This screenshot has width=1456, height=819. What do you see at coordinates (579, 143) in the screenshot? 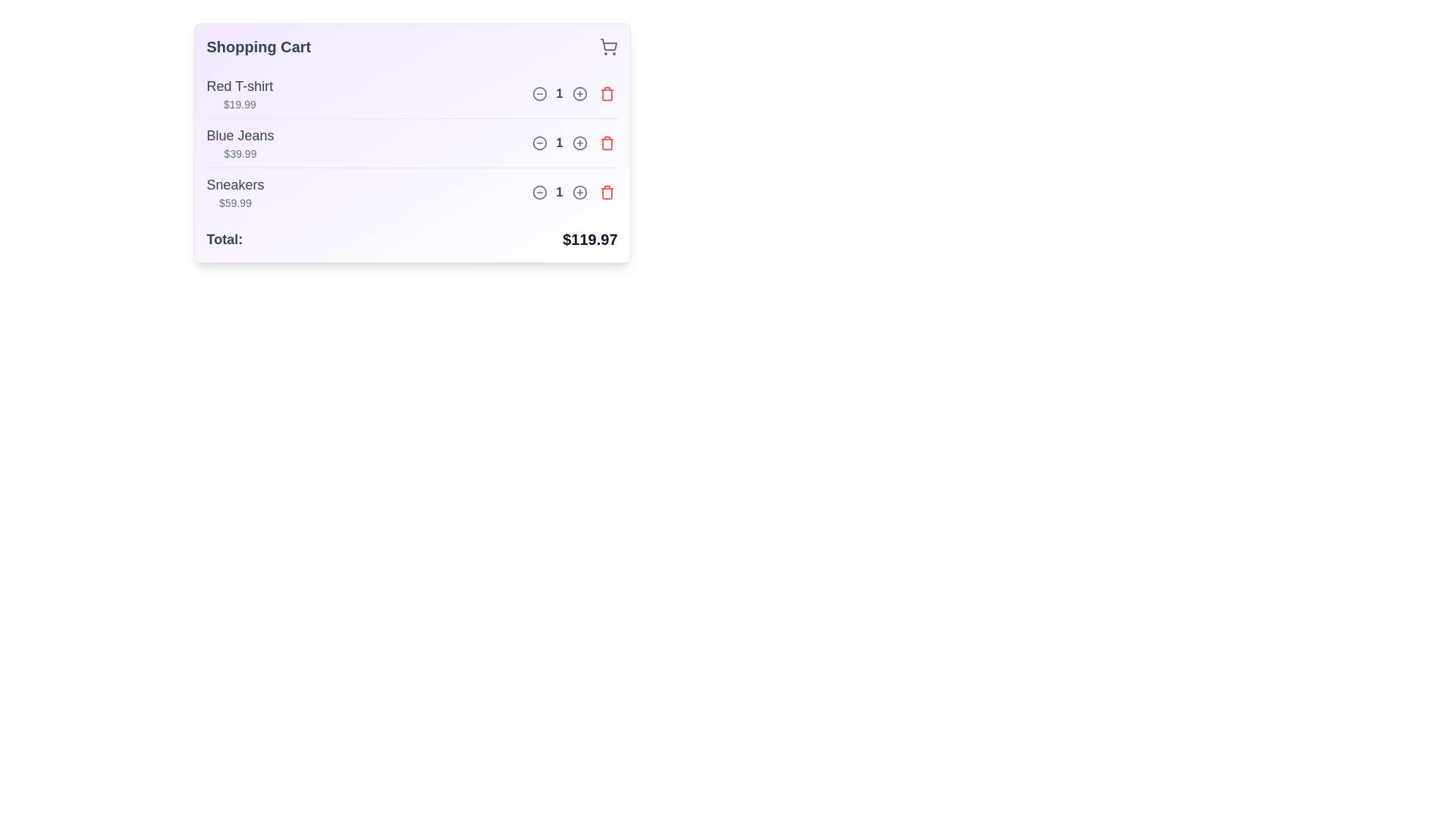
I see `the circular outline in the quantity adjustment control for the second item in the shopping cart, which is positioned to the right of the item's quantity and to the left of the trash bin icon for 'Blue Jeans'` at bounding box center [579, 143].